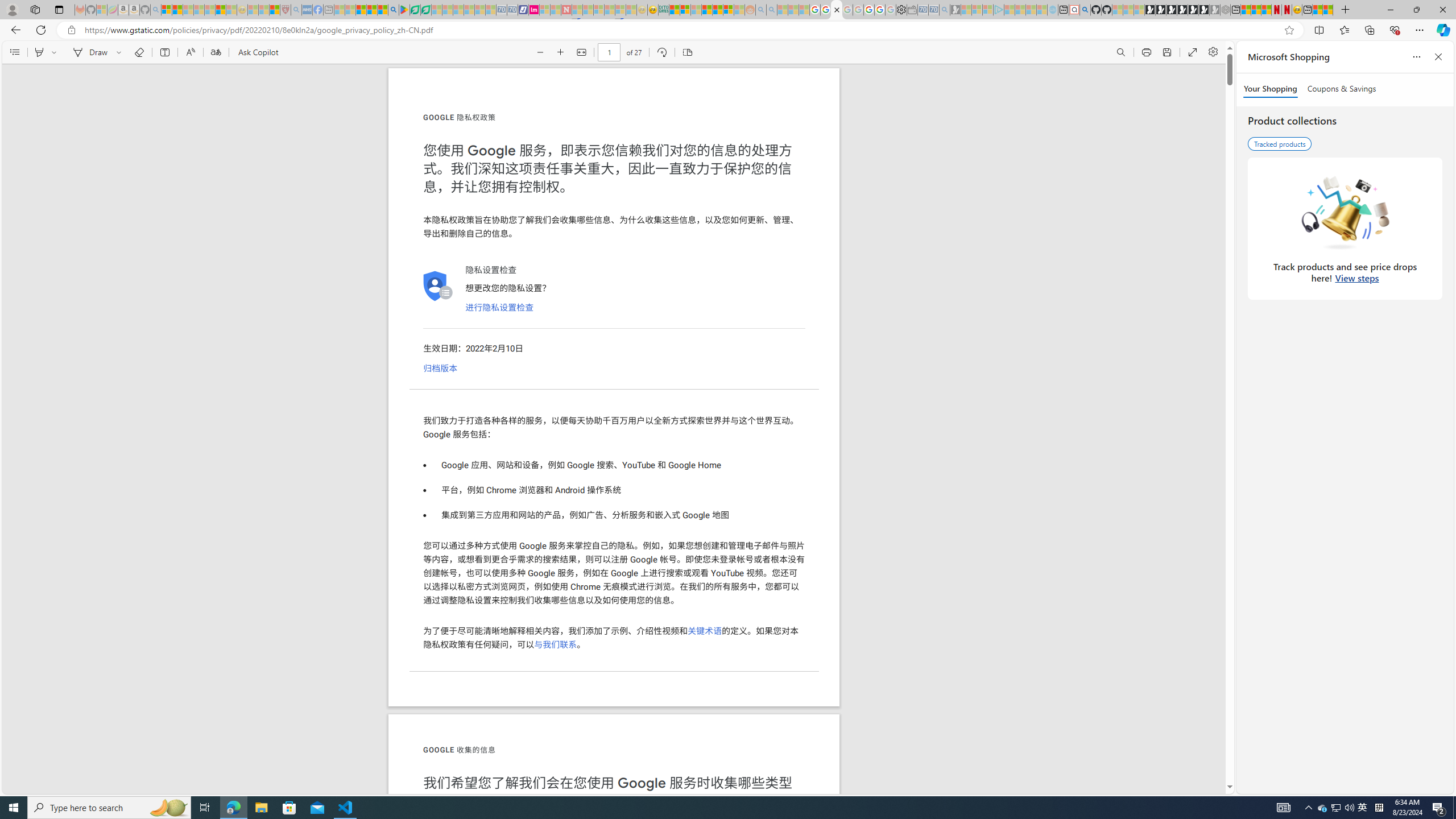 The width and height of the screenshot is (1456, 819). What do you see at coordinates (661, 52) in the screenshot?
I see `'Rotate (Ctrl+])'` at bounding box center [661, 52].